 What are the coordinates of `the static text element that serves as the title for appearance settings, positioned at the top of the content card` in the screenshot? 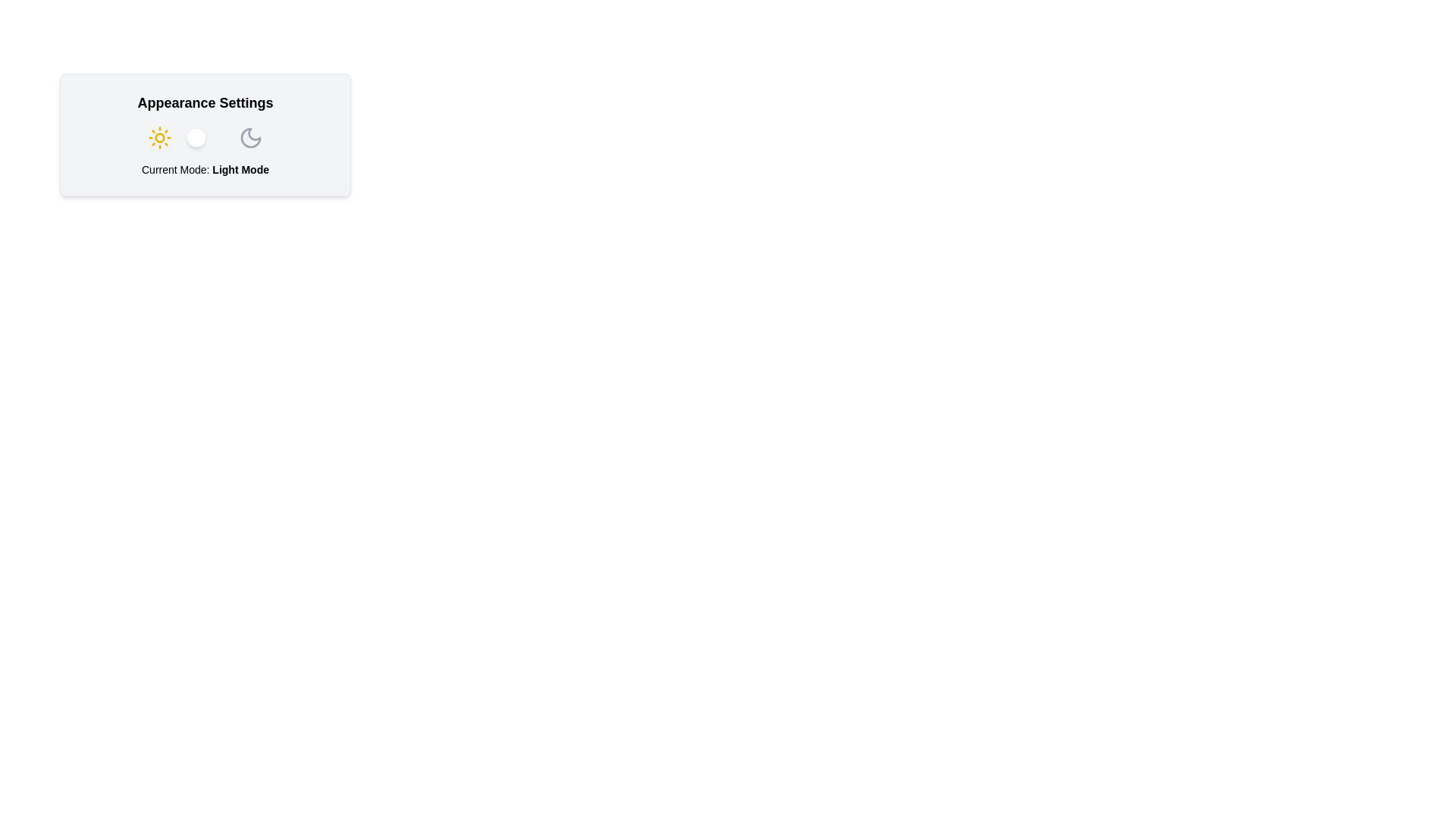 It's located at (204, 102).